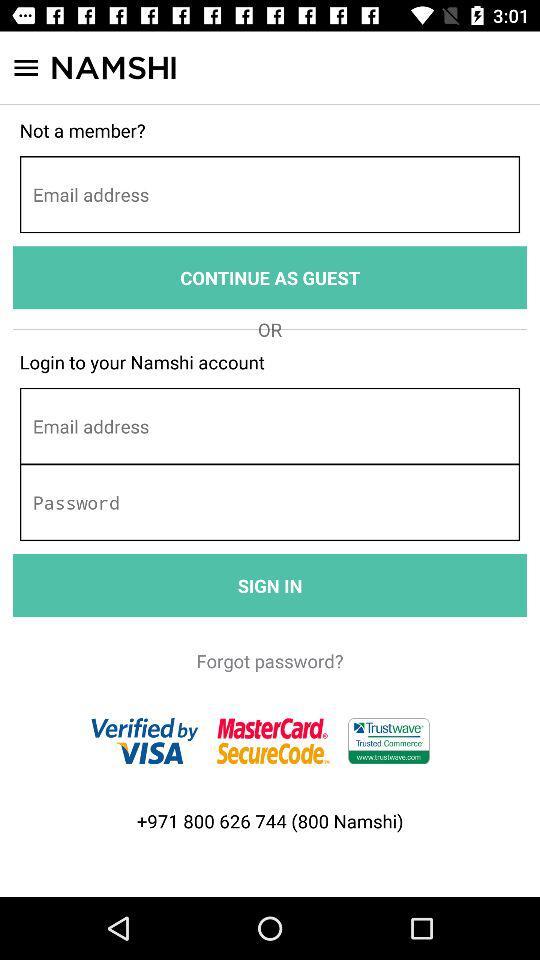  What do you see at coordinates (270, 585) in the screenshot?
I see `the sign in item` at bounding box center [270, 585].